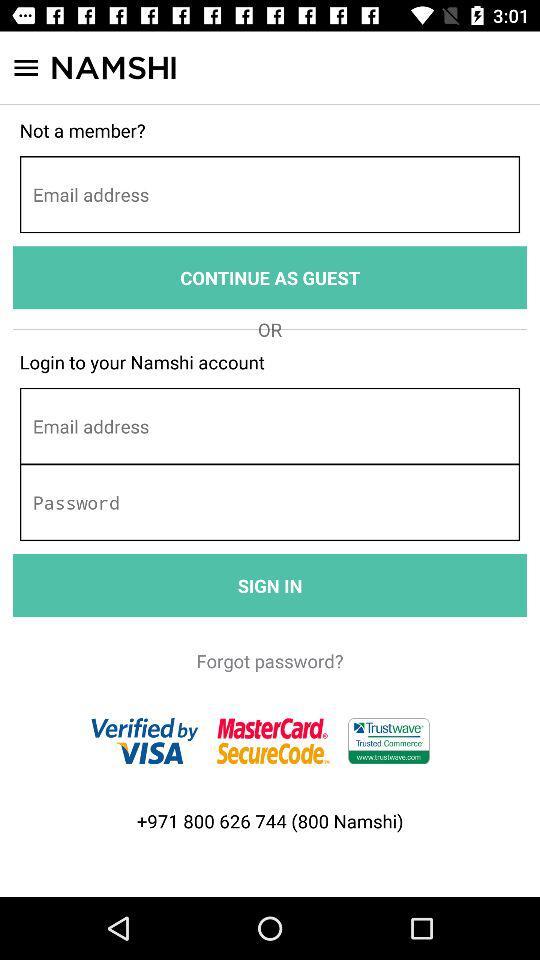  What do you see at coordinates (270, 585) in the screenshot?
I see `the sign in item` at bounding box center [270, 585].